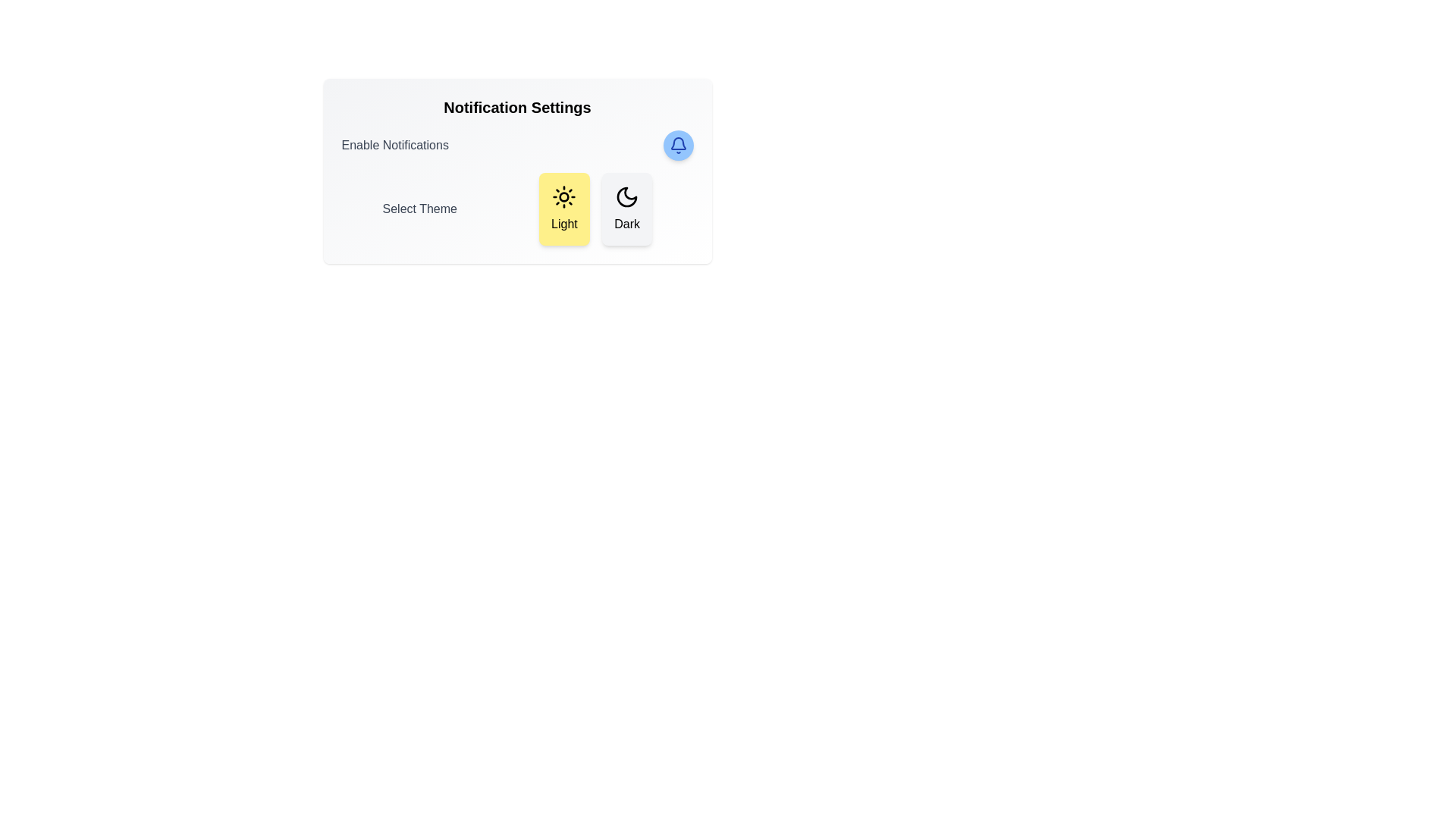 Image resolution: width=1456 pixels, height=819 pixels. Describe the element at coordinates (627, 209) in the screenshot. I see `the theme button labeled Dark to select the corresponding theme` at that location.